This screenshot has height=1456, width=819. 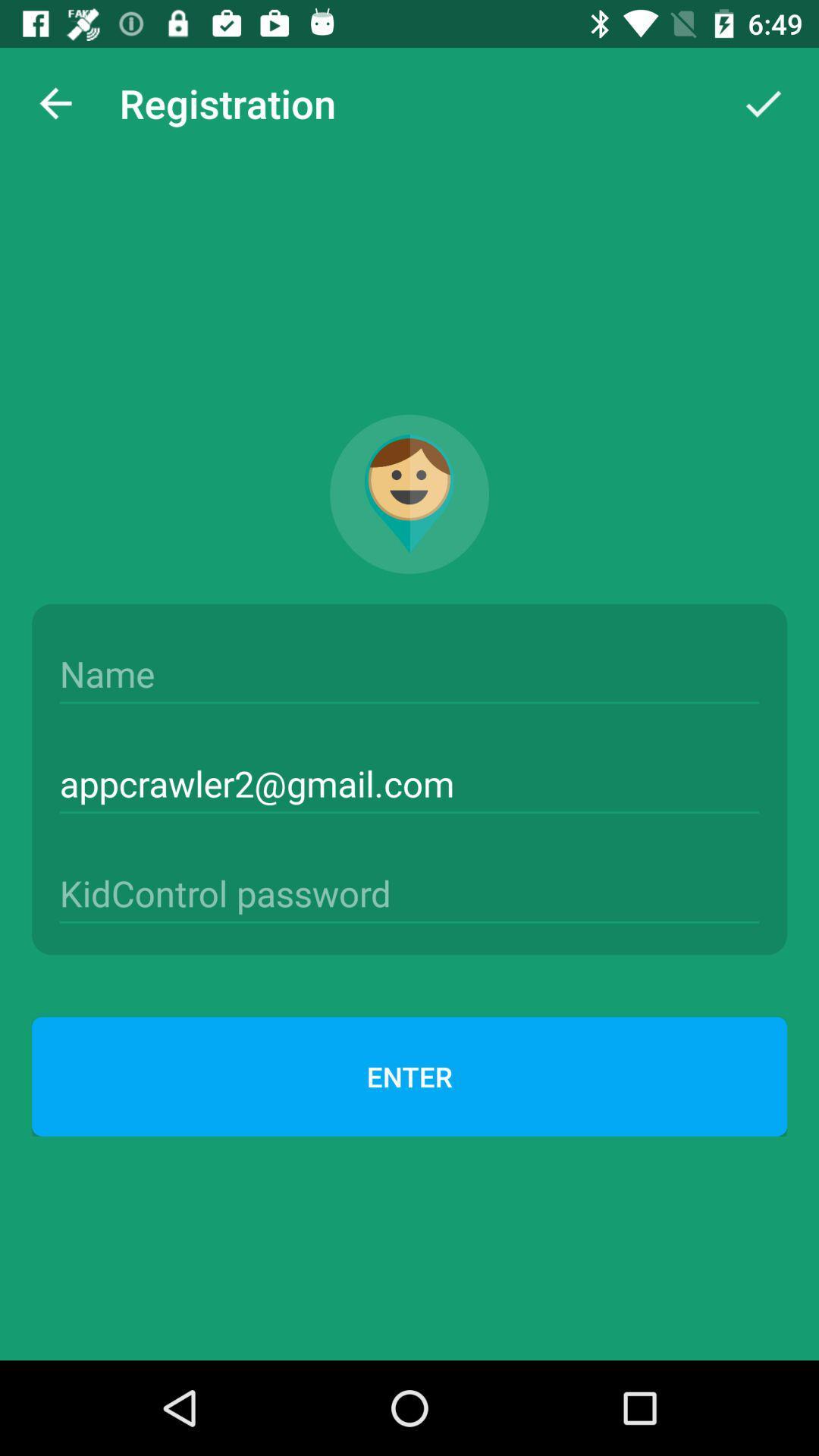 I want to click on kidcontrol password entry spot, so click(x=409, y=894).